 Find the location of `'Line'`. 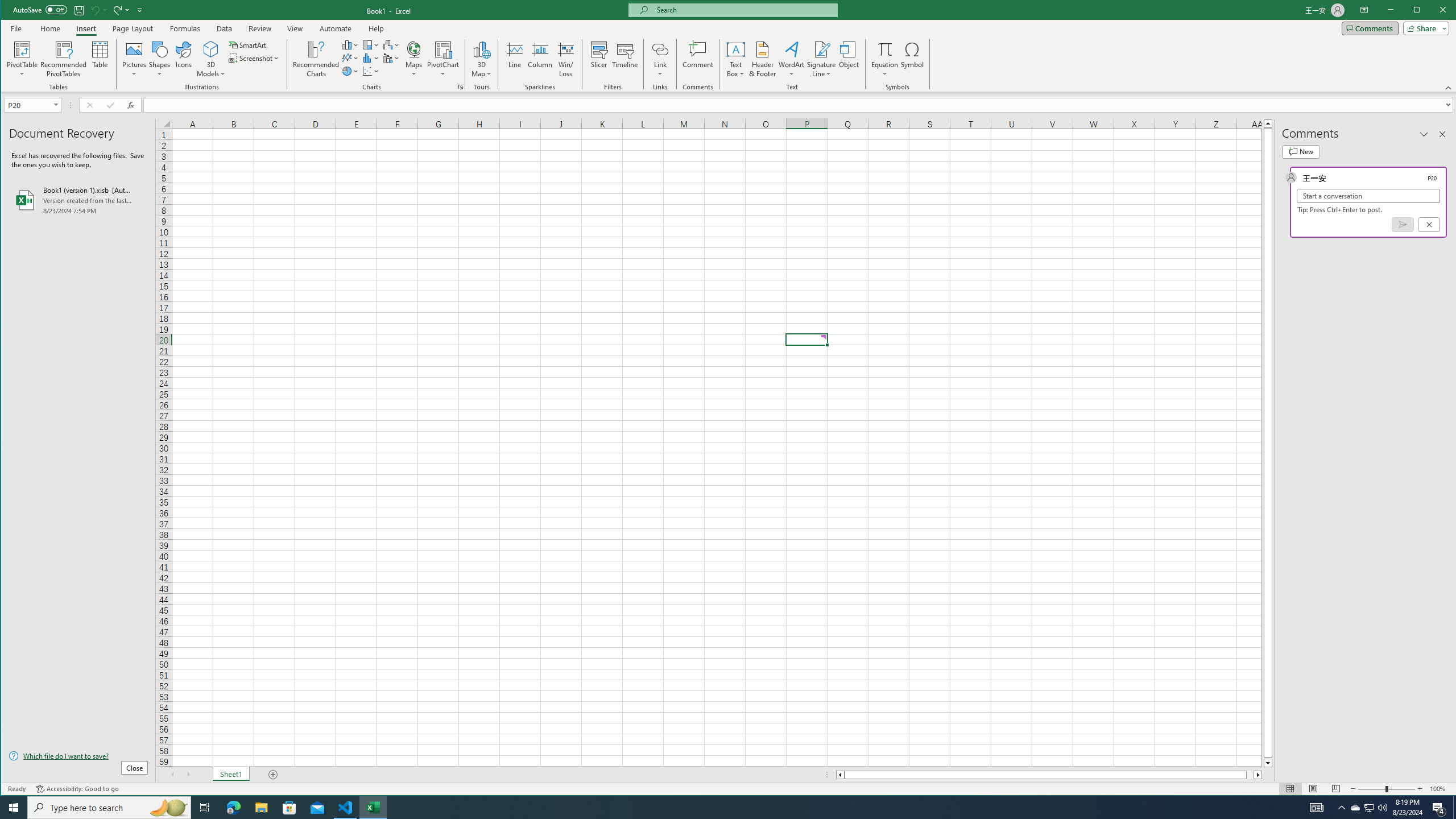

'Line' is located at coordinates (514, 59).